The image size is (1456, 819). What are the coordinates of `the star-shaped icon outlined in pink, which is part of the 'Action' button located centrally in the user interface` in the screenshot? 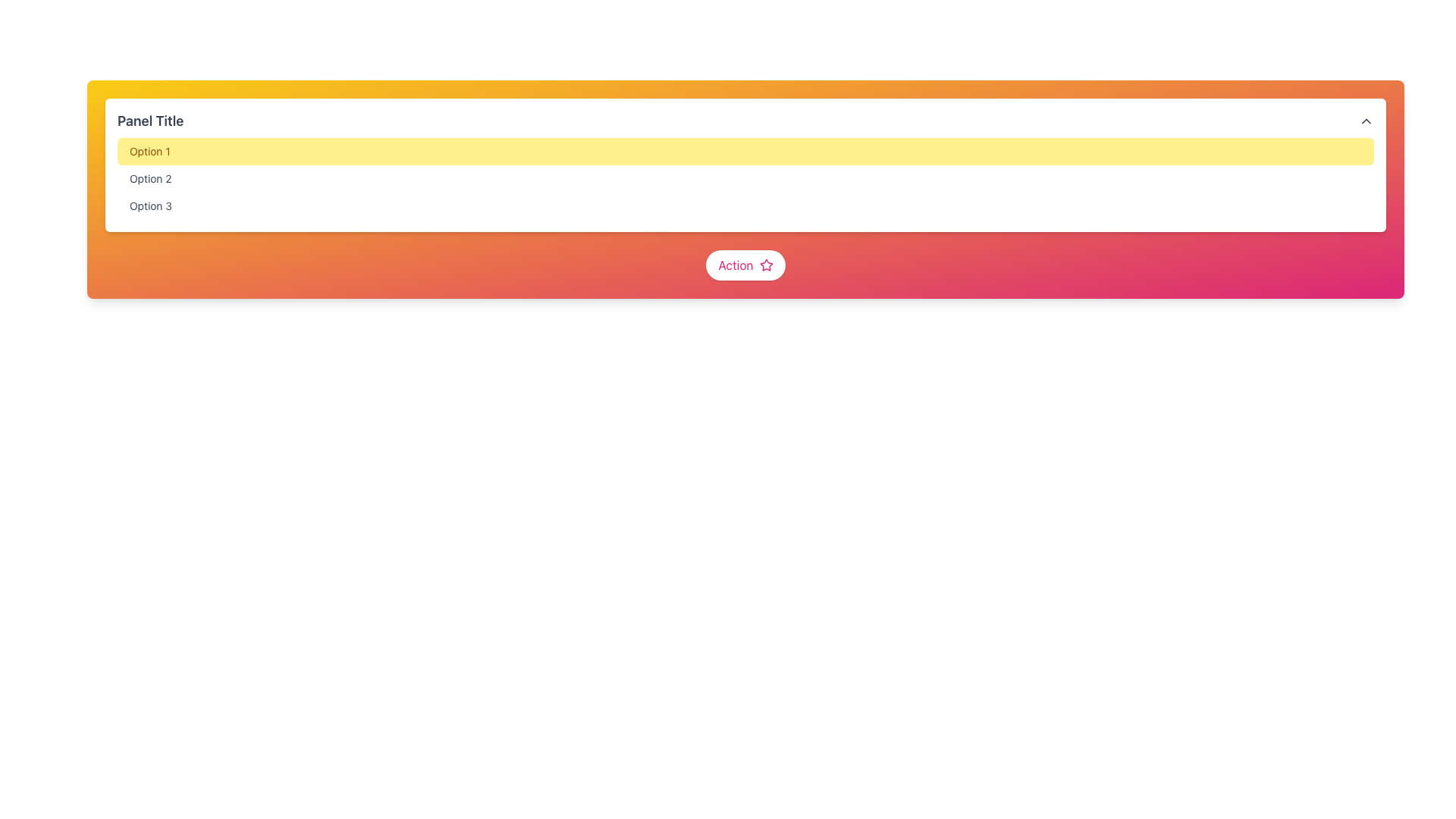 It's located at (766, 265).